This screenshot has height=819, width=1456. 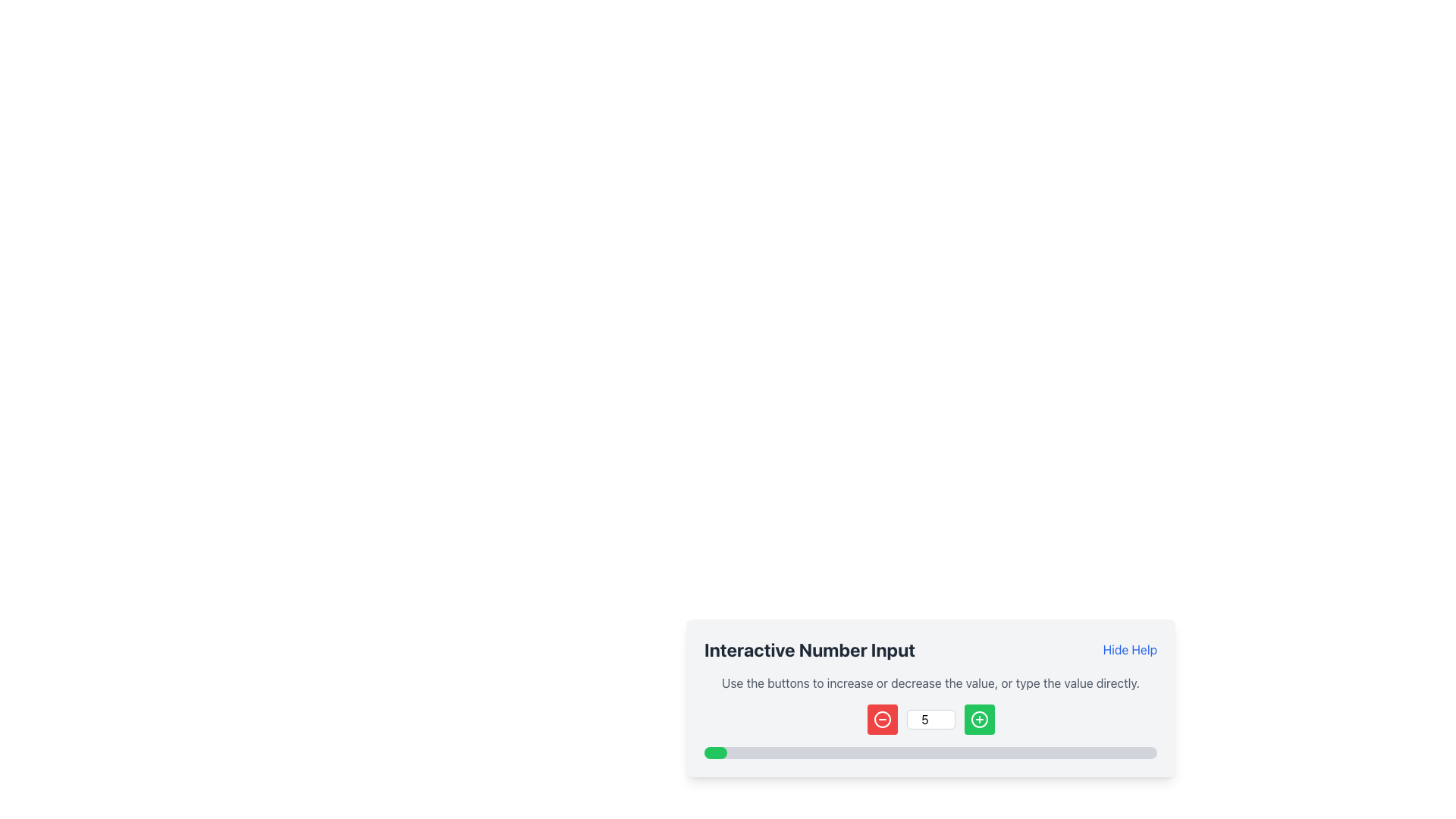 I want to click on instructions text located below the 'Interactive Number Input' heading and above the number input controls, so click(x=930, y=683).